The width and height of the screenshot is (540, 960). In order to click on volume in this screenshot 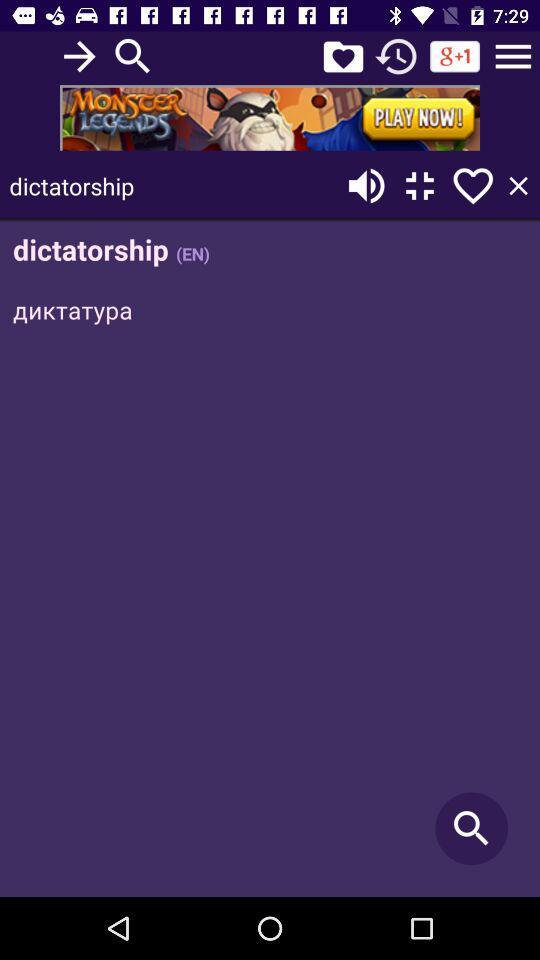, I will do `click(365, 185)`.